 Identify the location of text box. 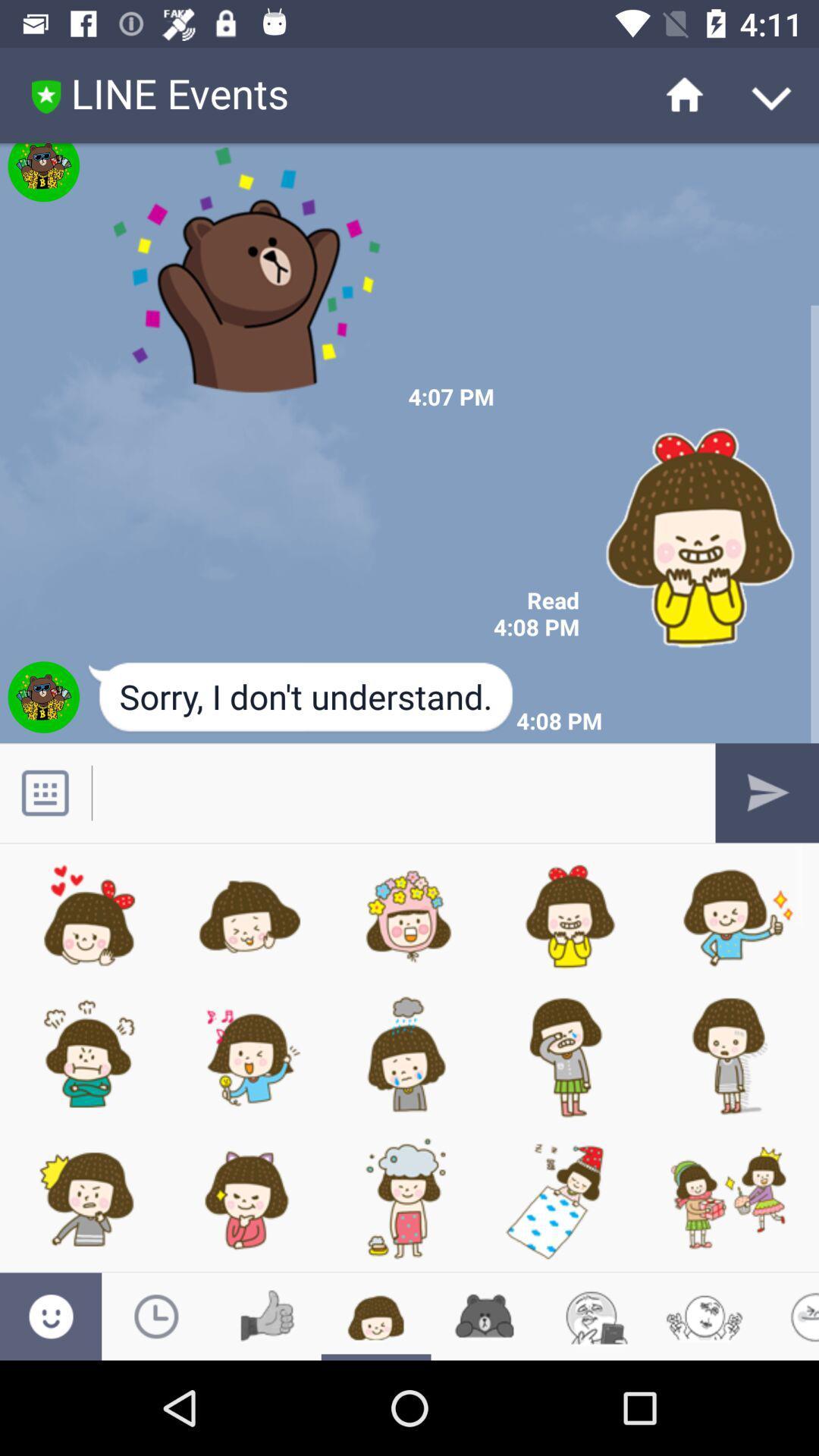
(393, 792).